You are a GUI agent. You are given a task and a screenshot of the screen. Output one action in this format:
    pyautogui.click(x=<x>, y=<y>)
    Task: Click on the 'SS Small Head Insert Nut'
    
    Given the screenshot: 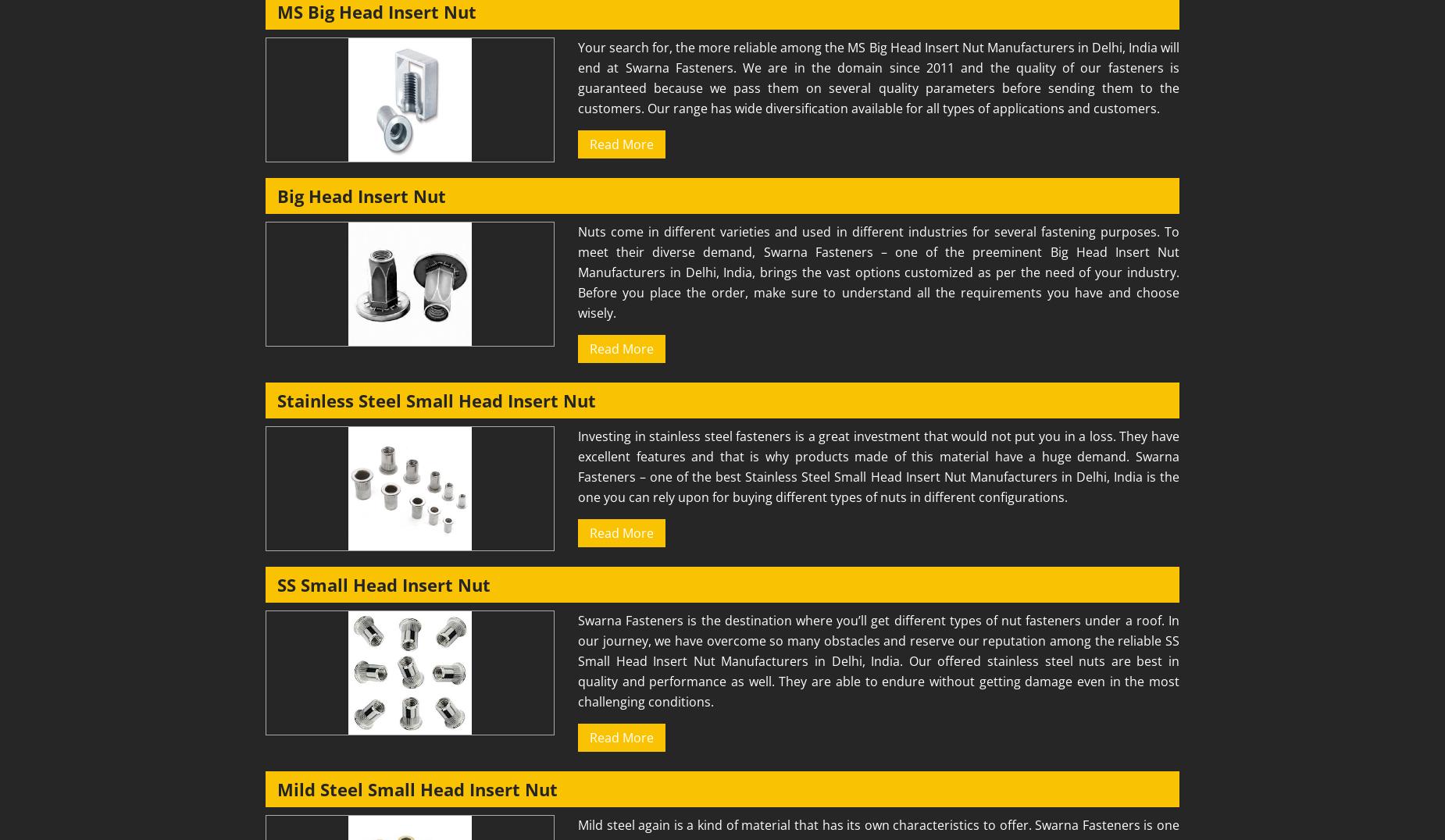 What is the action you would take?
    pyautogui.click(x=384, y=584)
    